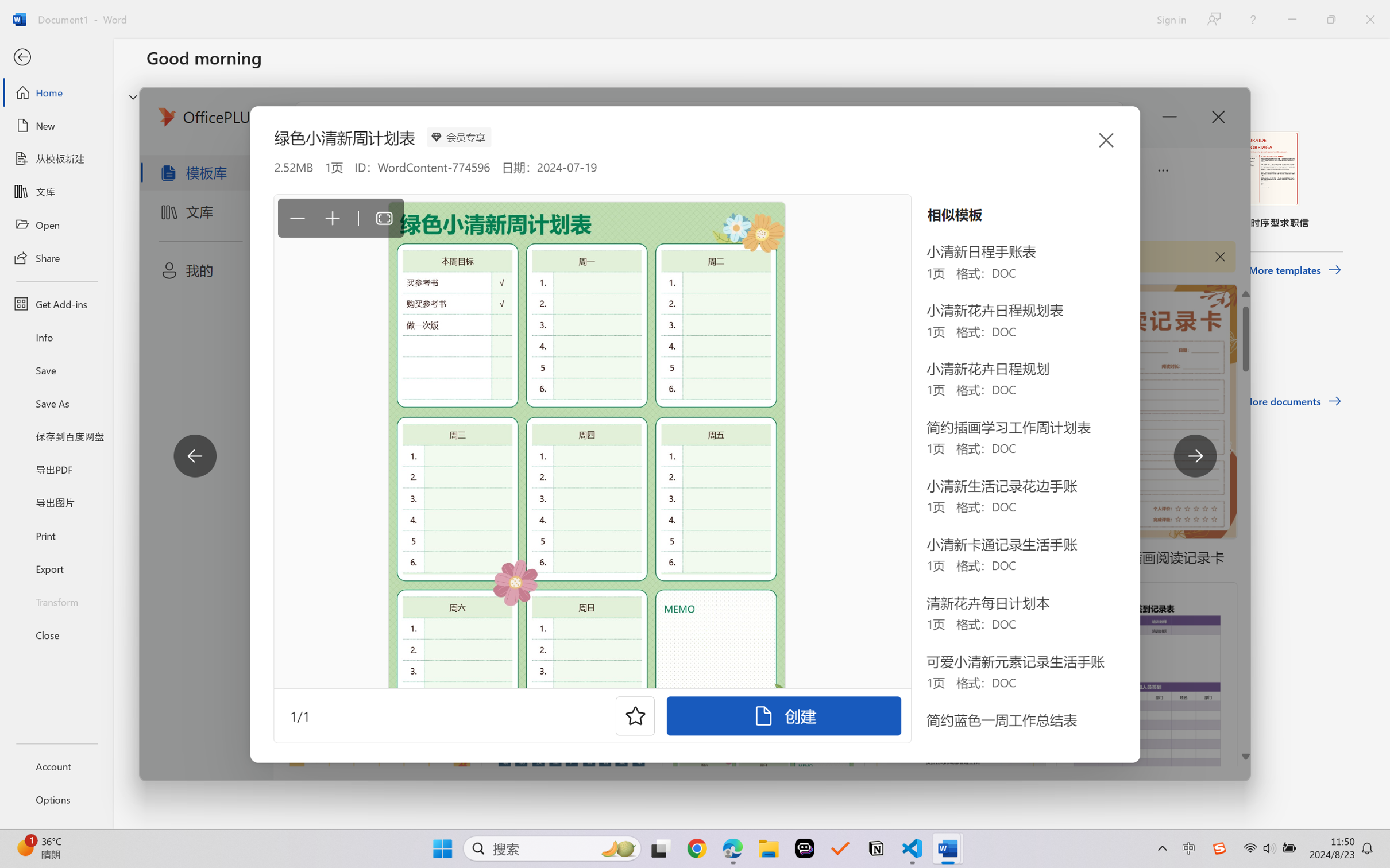  What do you see at coordinates (56, 336) in the screenshot?
I see `'Info'` at bounding box center [56, 336].